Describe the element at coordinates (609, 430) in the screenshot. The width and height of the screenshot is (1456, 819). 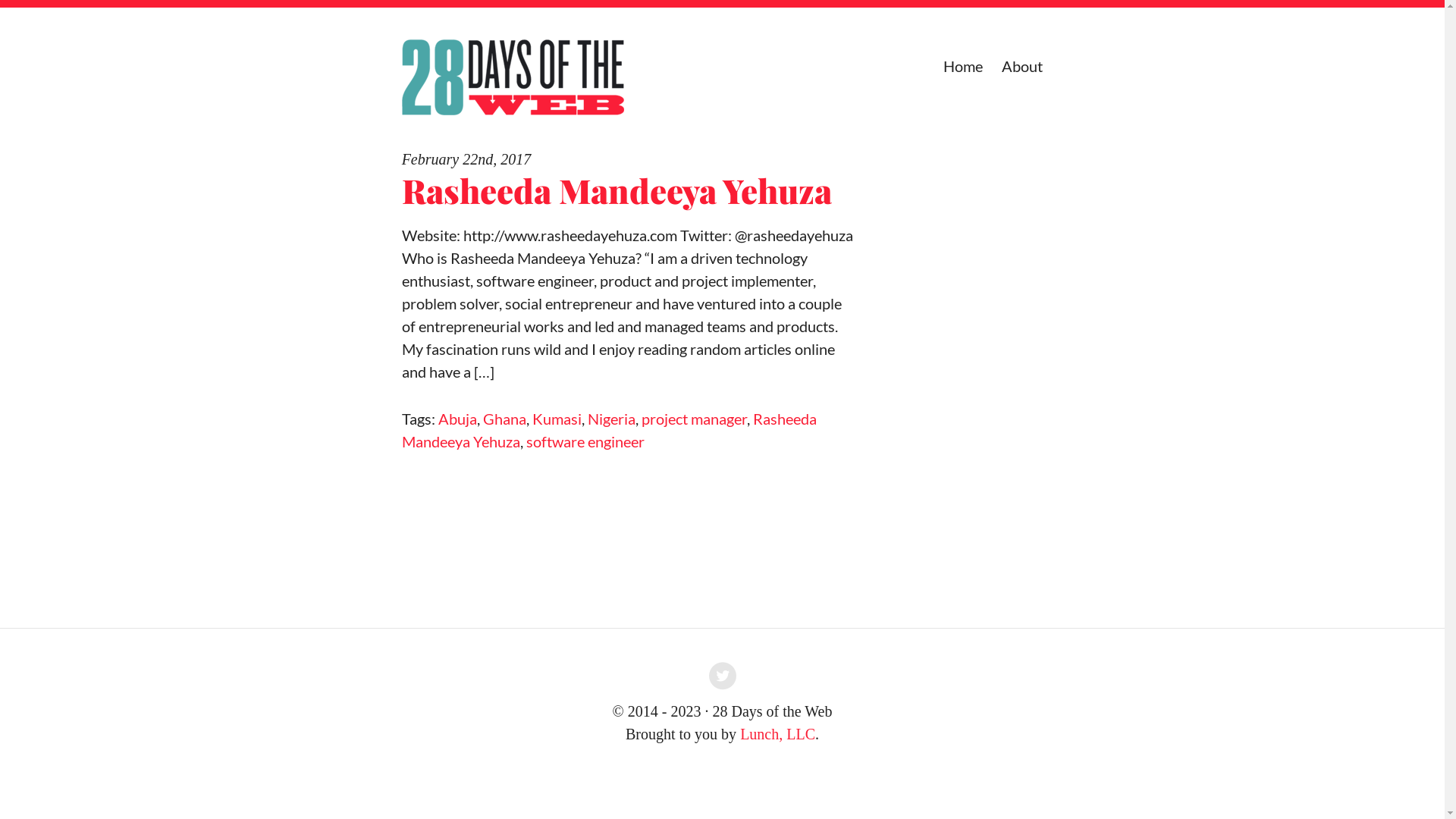
I see `'Rasheeda Mandeeya Yehuza'` at that location.